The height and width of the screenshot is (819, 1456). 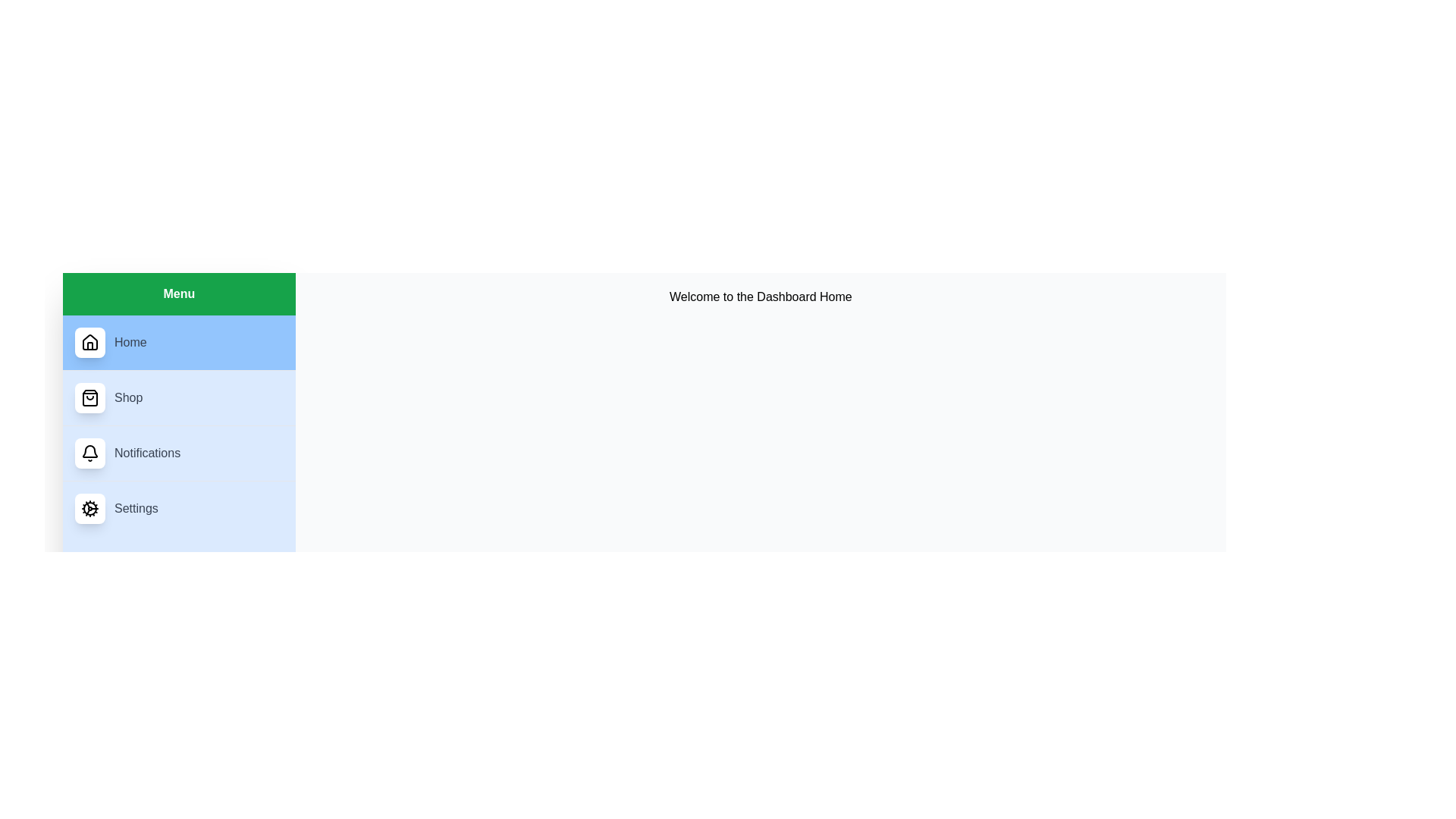 I want to click on the menu item Notifications to observe its hover effect, so click(x=178, y=452).